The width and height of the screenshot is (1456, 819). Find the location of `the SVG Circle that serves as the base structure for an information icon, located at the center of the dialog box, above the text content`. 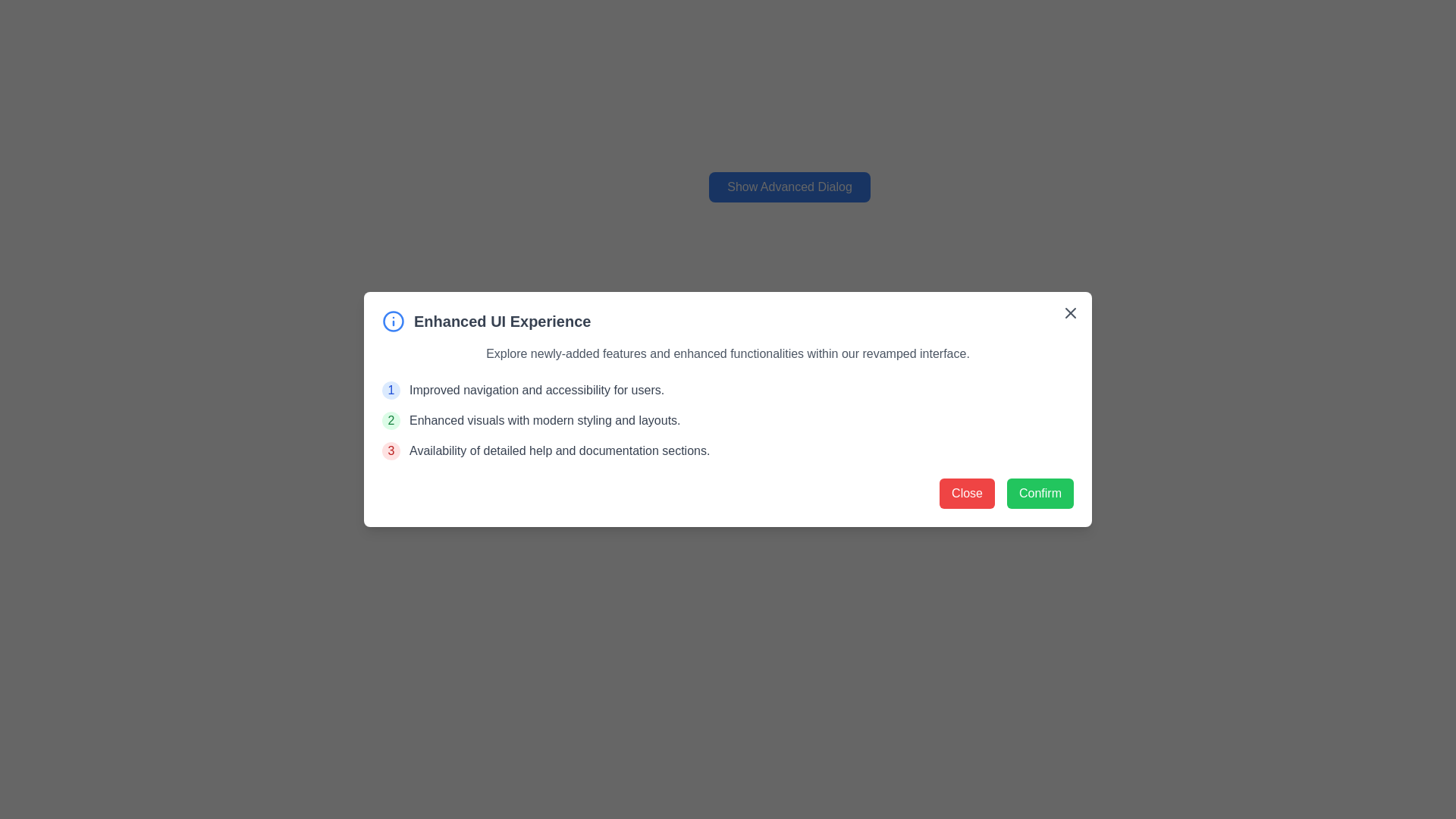

the SVG Circle that serves as the base structure for an information icon, located at the center of the dialog box, above the text content is located at coordinates (393, 321).